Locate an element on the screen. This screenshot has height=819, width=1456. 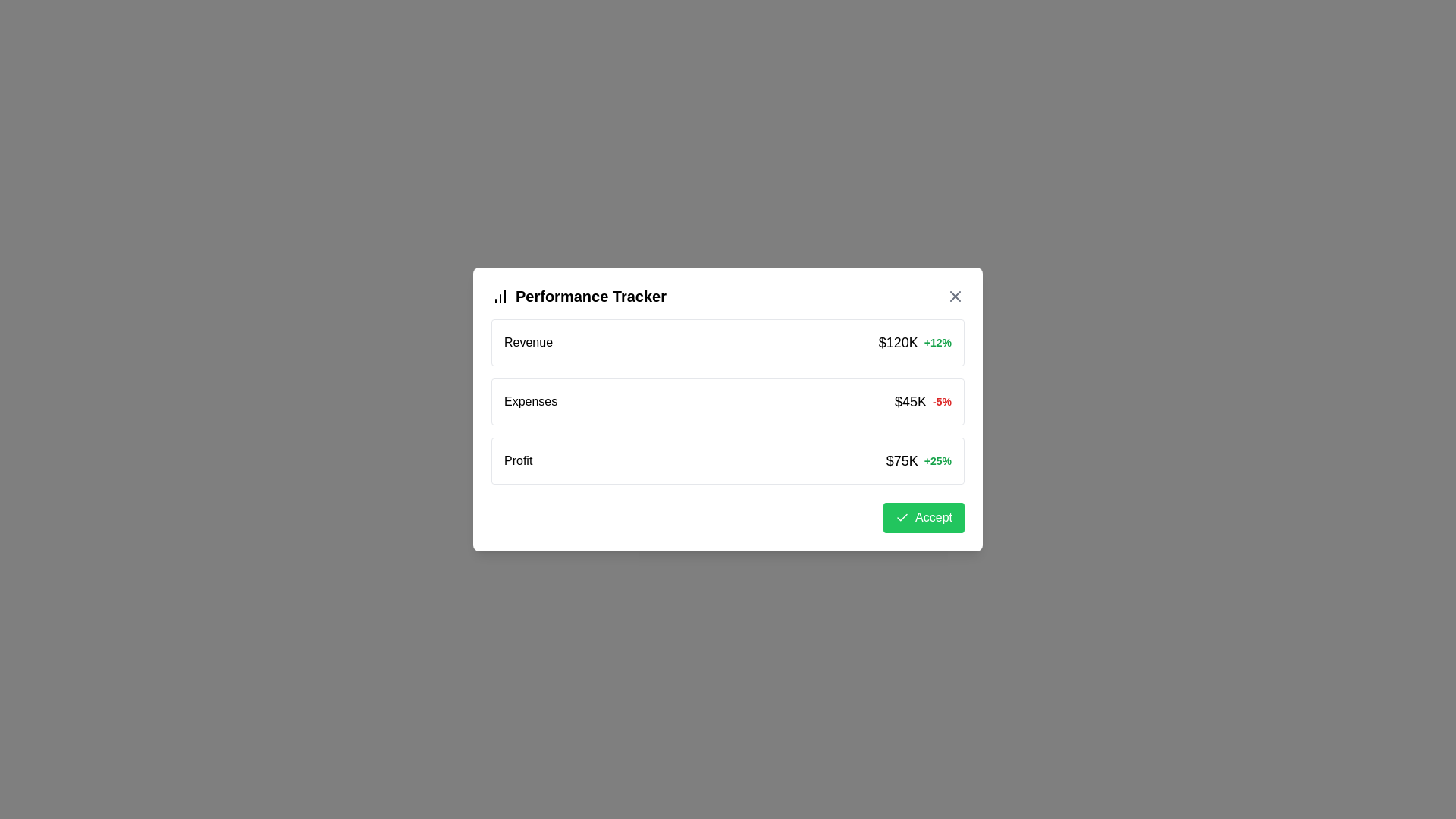
the 'Accept' button to confirm the performance is located at coordinates (923, 516).